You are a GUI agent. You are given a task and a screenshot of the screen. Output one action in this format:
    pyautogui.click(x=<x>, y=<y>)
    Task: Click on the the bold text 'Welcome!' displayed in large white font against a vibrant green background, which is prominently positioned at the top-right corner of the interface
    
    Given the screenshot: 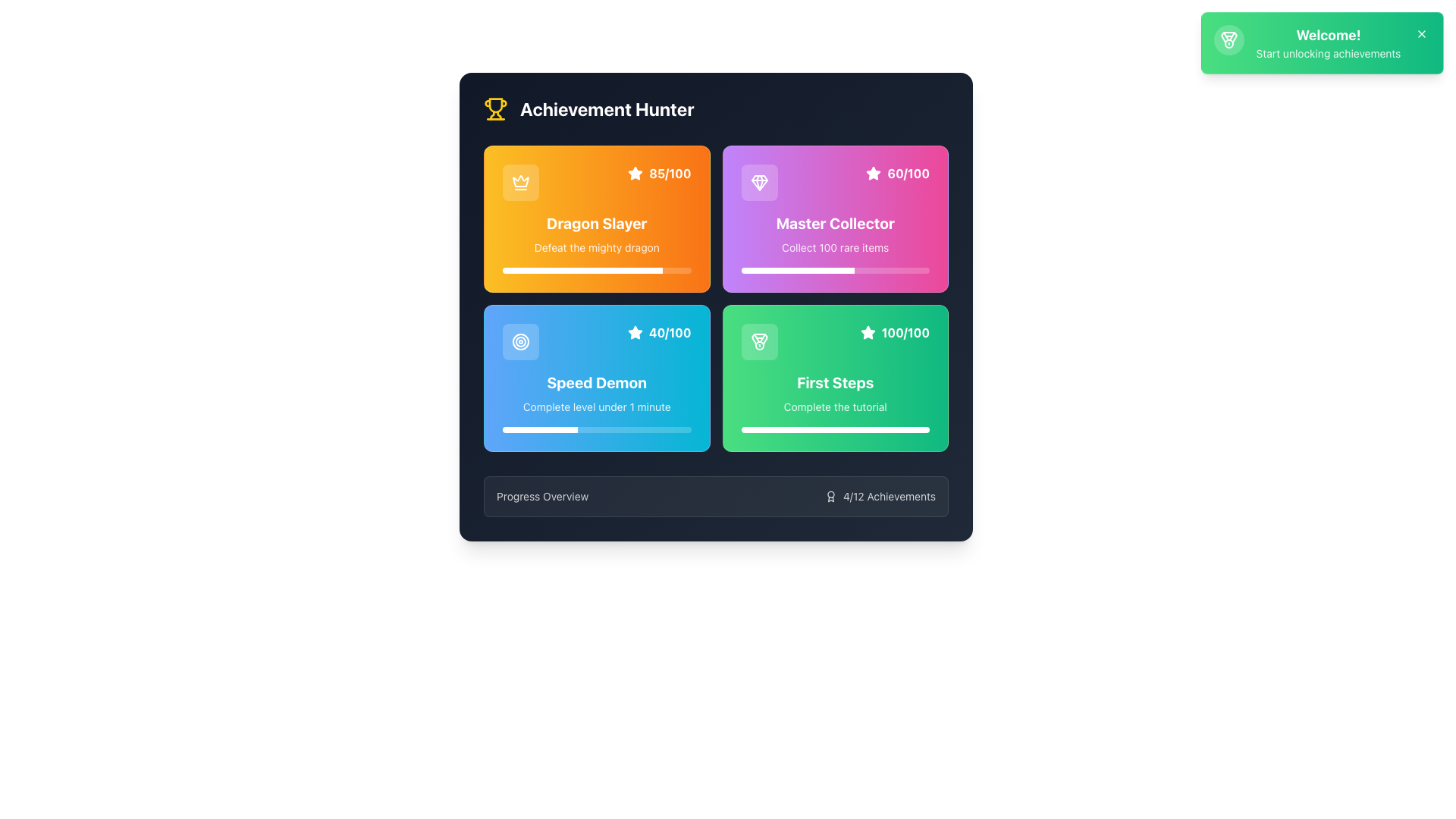 What is the action you would take?
    pyautogui.click(x=1328, y=34)
    